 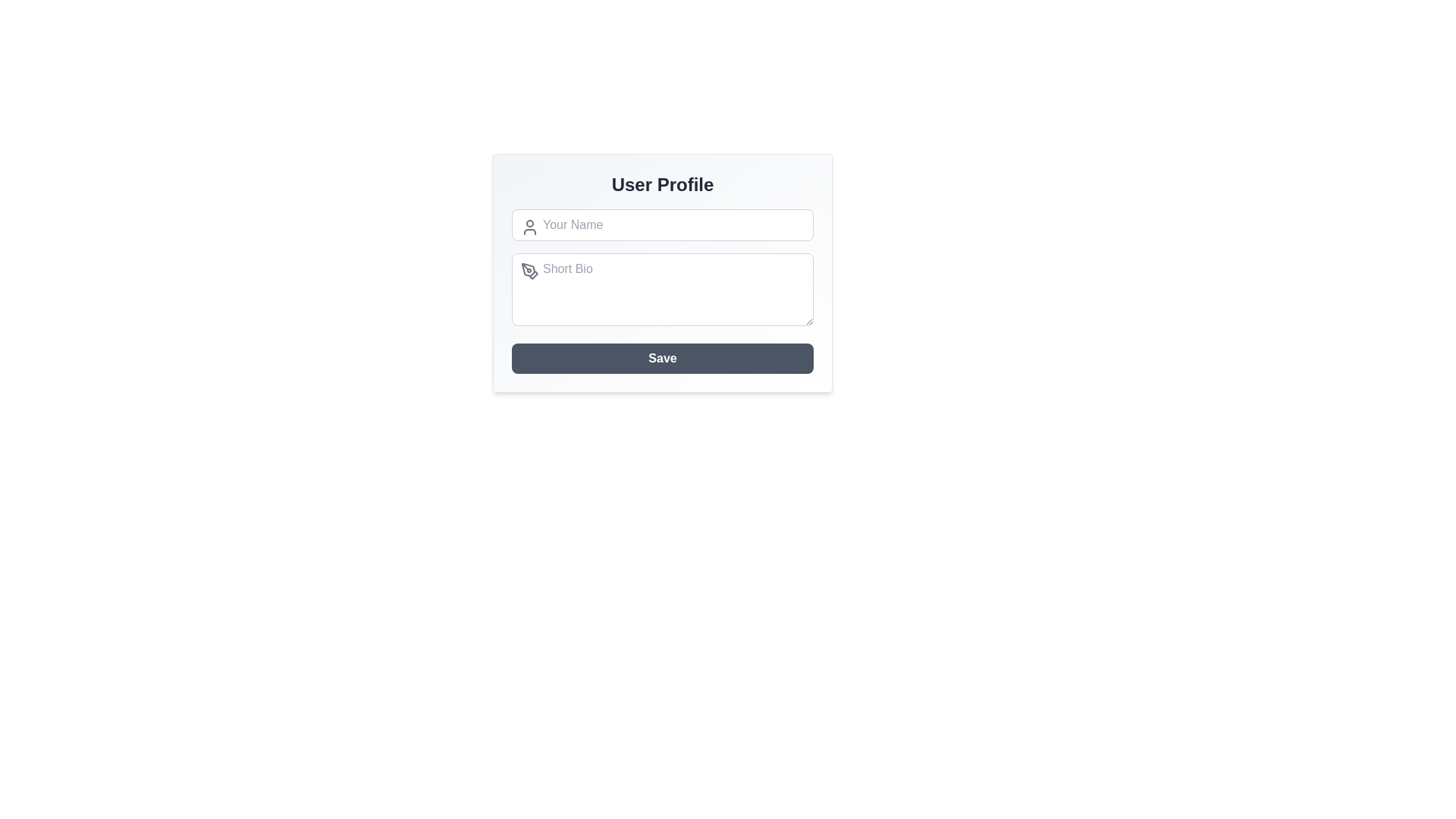 I want to click on the 'Save' button located at the bottom of the 'User Profile' section, styled with a dark gray background and white text, so click(x=662, y=359).